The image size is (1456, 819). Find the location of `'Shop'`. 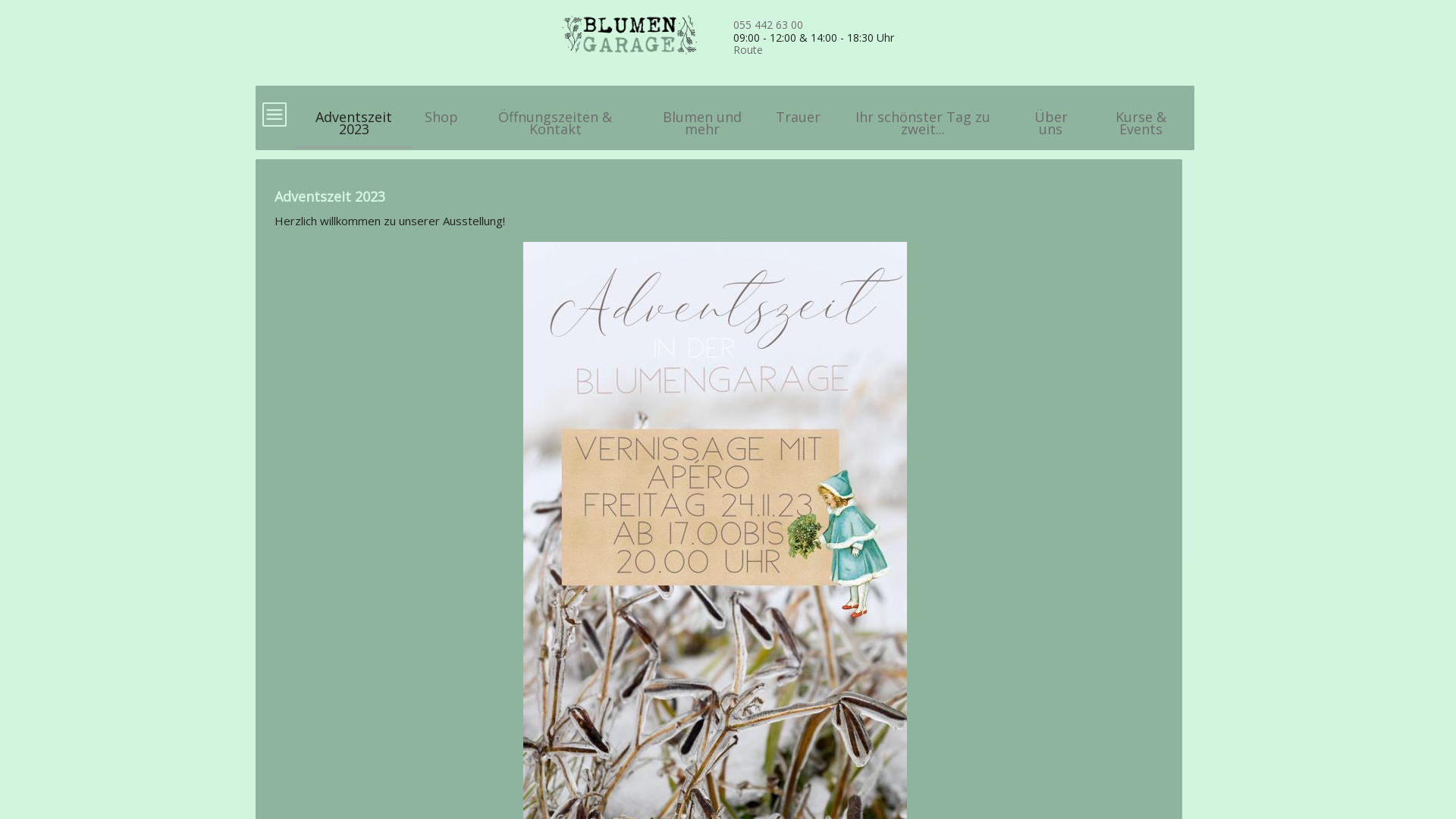

'Shop' is located at coordinates (440, 109).